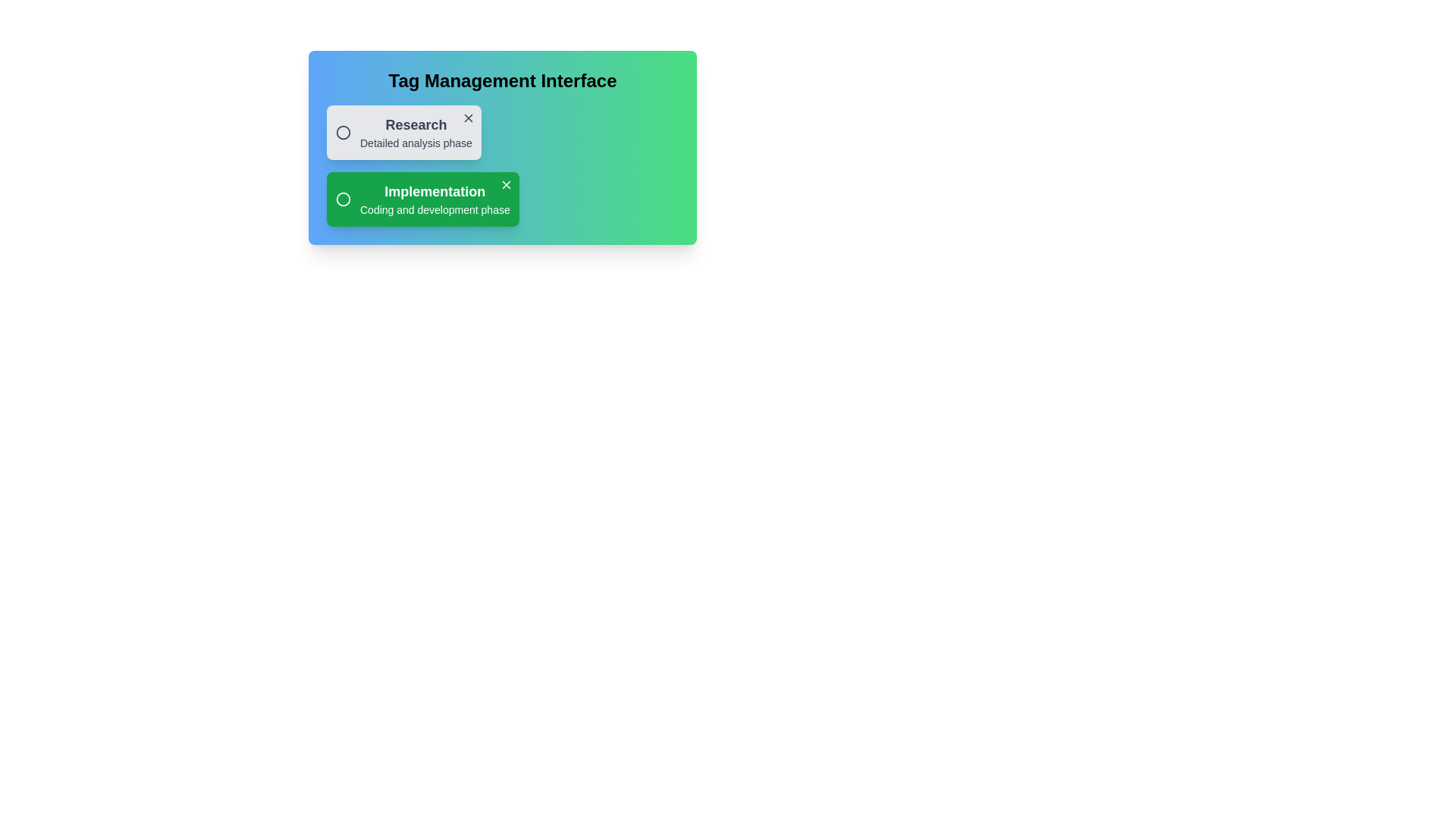 This screenshot has height=819, width=1456. What do you see at coordinates (506, 184) in the screenshot?
I see `the close (X) button of the tag labeled 'Implementation' to remove it` at bounding box center [506, 184].